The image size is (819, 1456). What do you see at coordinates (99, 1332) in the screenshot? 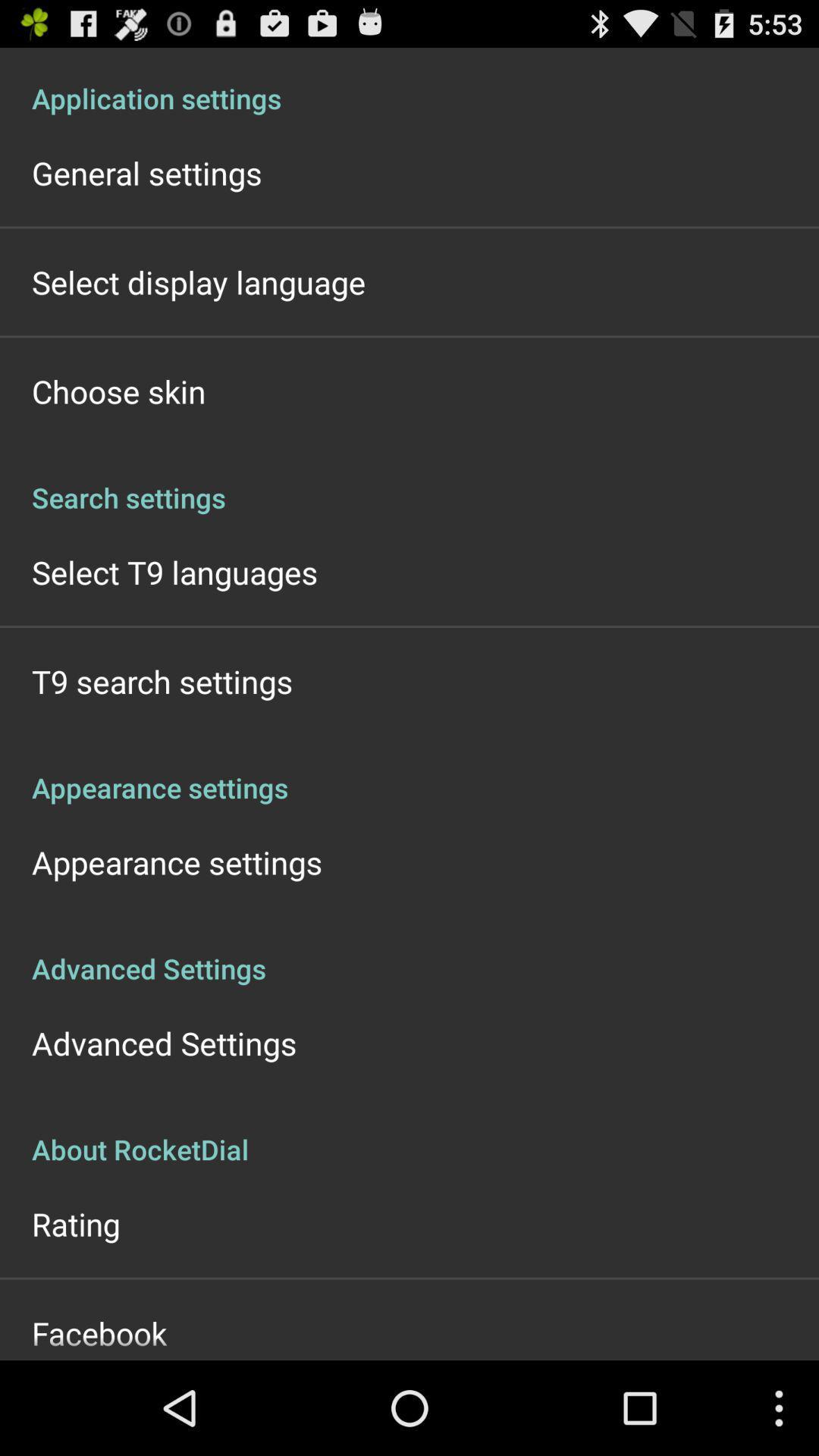
I see `facebook` at bounding box center [99, 1332].